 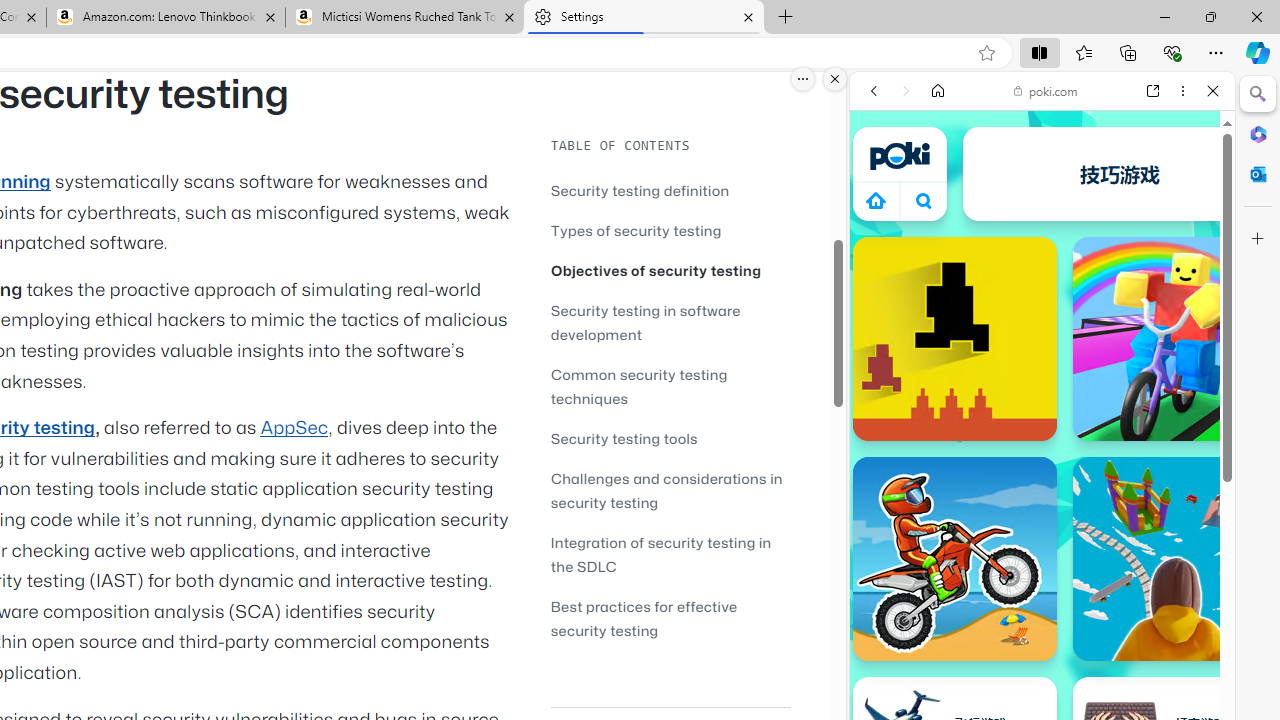 I want to click on 'Security testing tools', so click(x=623, y=437).